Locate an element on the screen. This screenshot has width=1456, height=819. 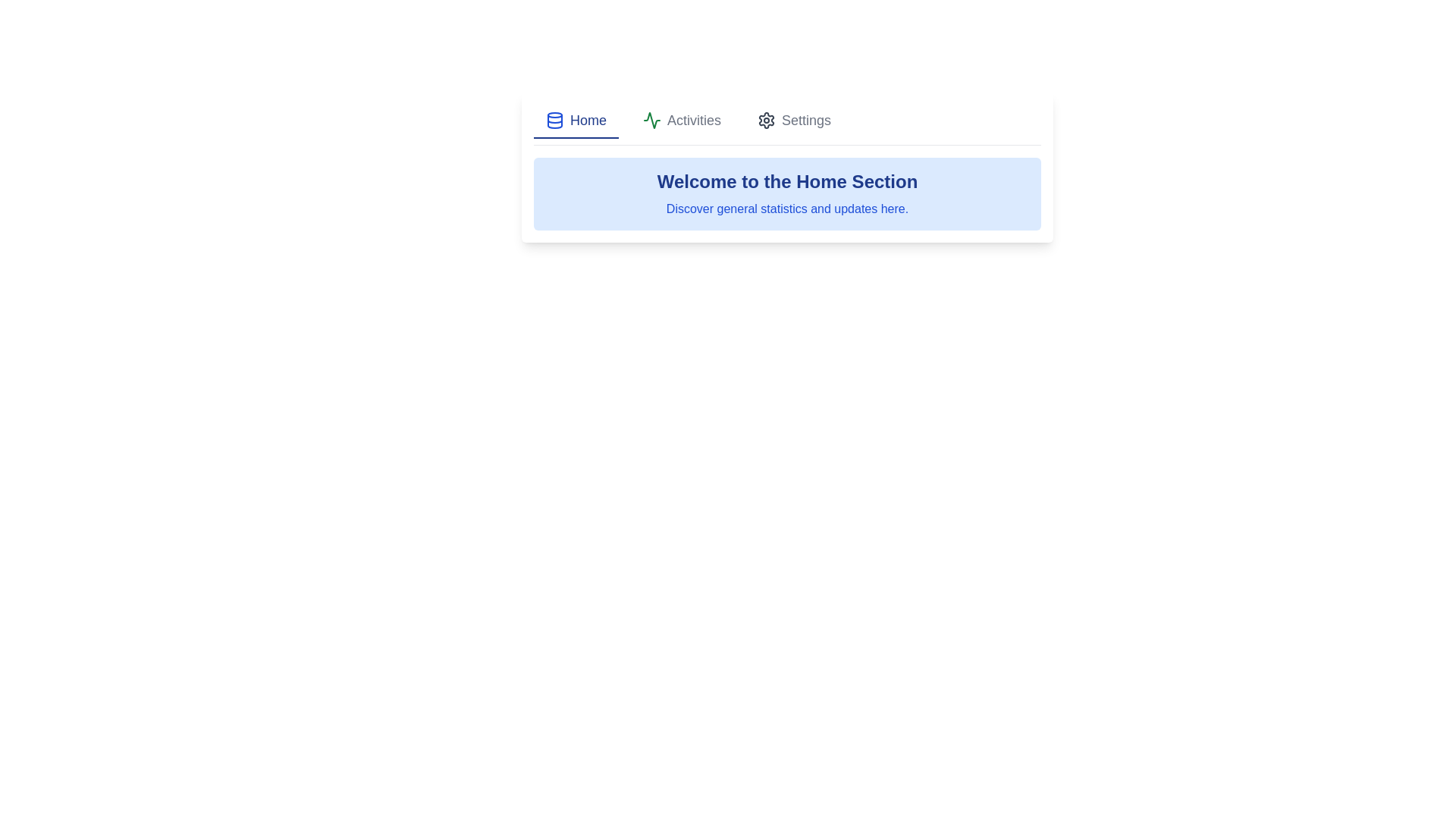
the Settings tab by clicking on its corresponding button is located at coordinates (793, 120).